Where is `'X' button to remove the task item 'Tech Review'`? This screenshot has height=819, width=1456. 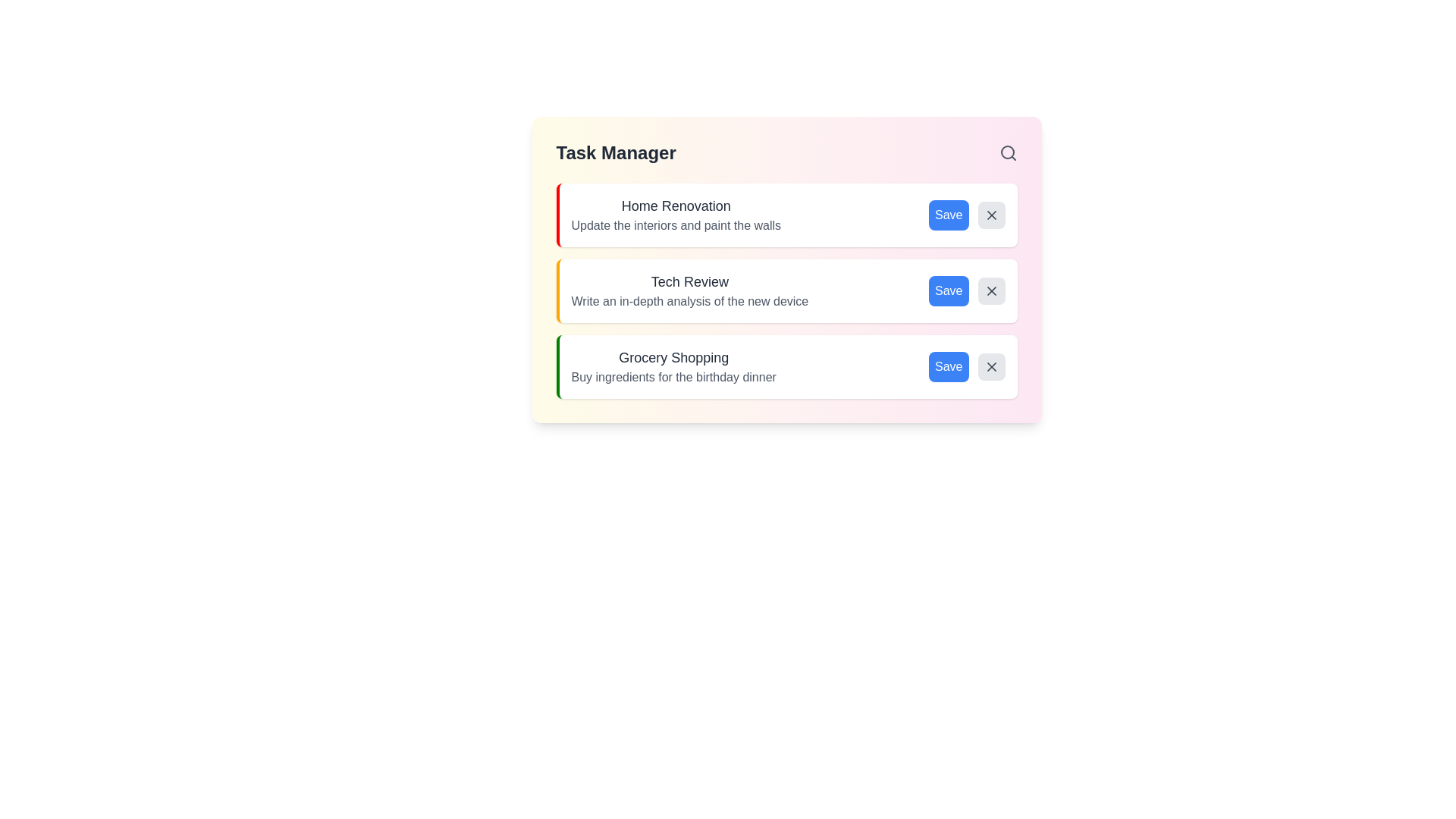 'X' button to remove the task item 'Tech Review' is located at coordinates (991, 291).